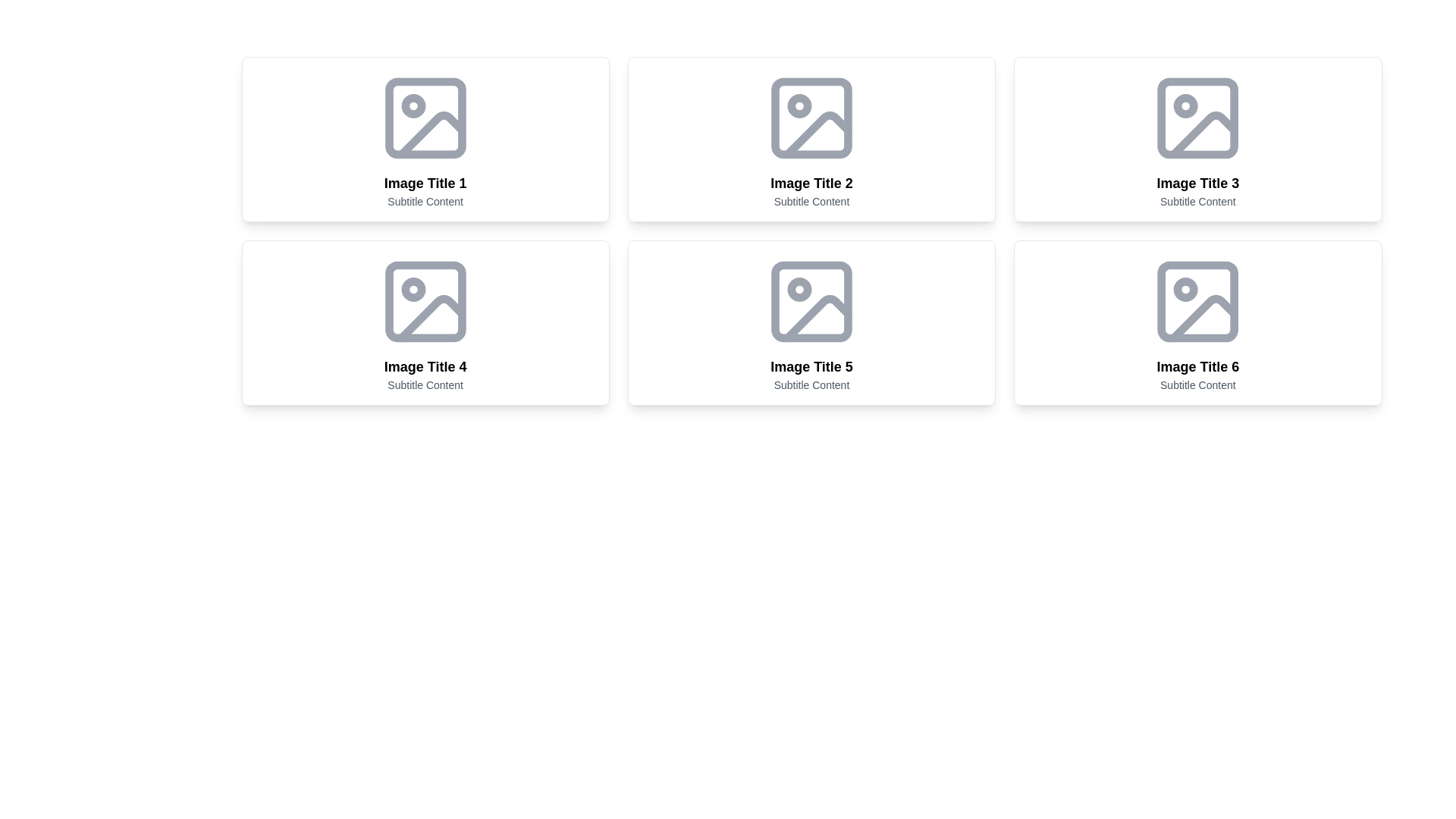 This screenshot has height=819, width=1456. I want to click on the small rounded rectangle within the SVG icon located in the fifth card of the grid layout, which is above the title 'Image Title 5.', so click(811, 301).